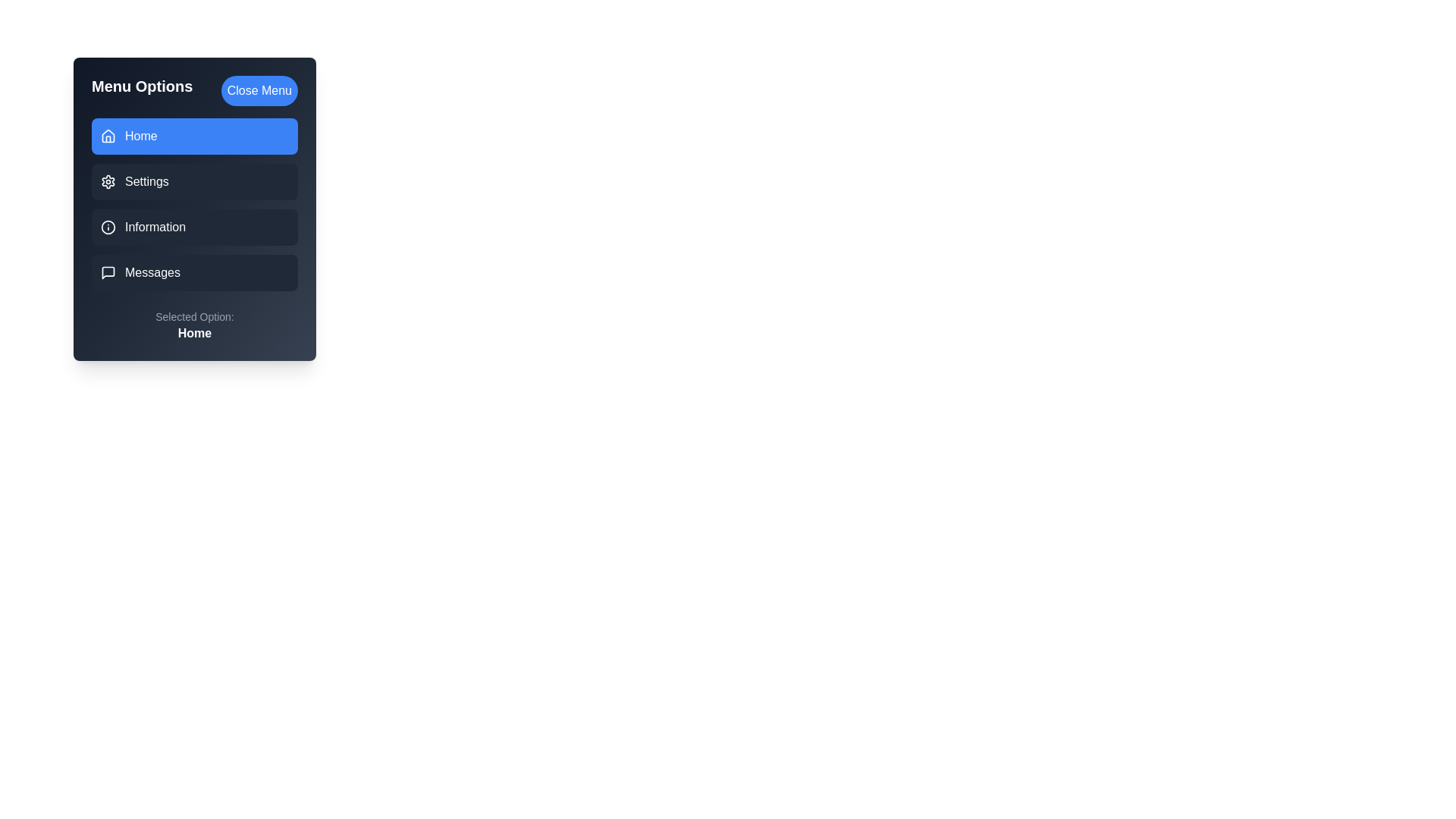 The height and width of the screenshot is (819, 1456). What do you see at coordinates (108, 227) in the screenshot?
I see `the visual representation of the SVG-based icon graphic located at the leftmost side of the 'Information' button, which is the third entry in the vertical menu list` at bounding box center [108, 227].